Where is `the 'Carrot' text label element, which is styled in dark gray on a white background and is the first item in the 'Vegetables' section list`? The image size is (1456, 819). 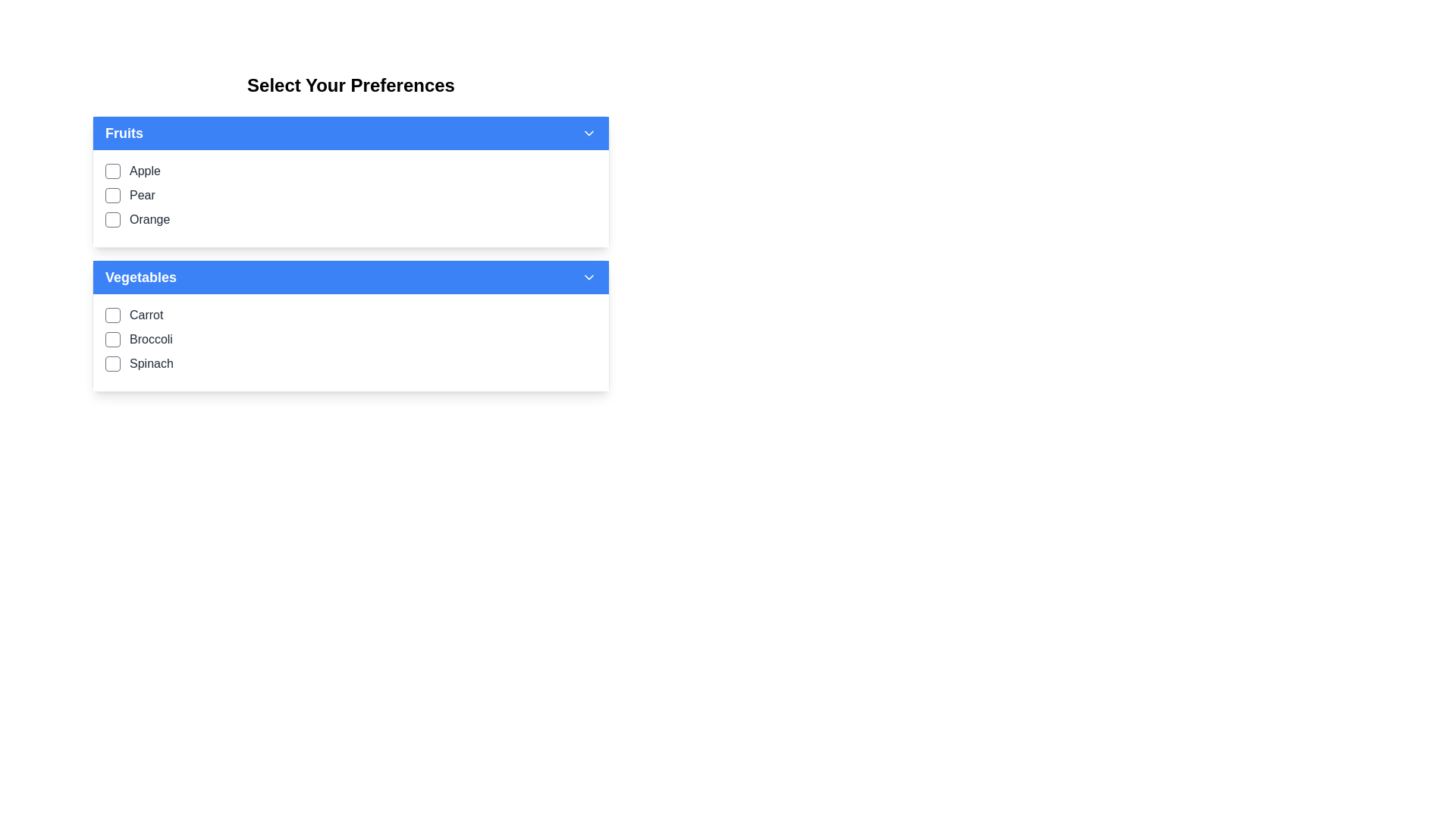
the 'Carrot' text label element, which is styled in dark gray on a white background and is the first item in the 'Vegetables' section list is located at coordinates (146, 315).